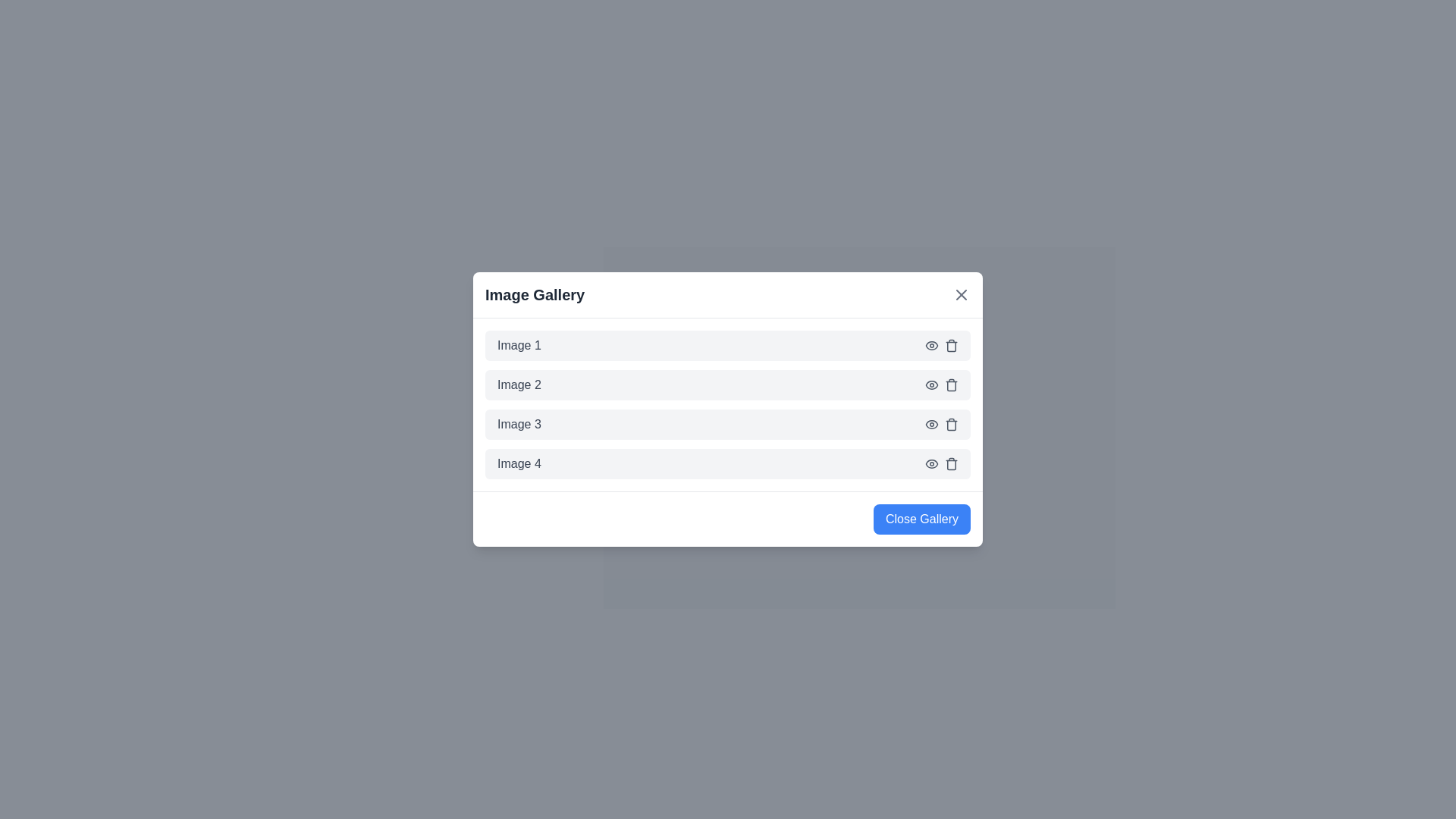 Image resolution: width=1456 pixels, height=819 pixels. Describe the element at coordinates (960, 295) in the screenshot. I see `the small gray button with an 'X' icon located at the top-right corner of the 'Image Gallery' header` at that location.